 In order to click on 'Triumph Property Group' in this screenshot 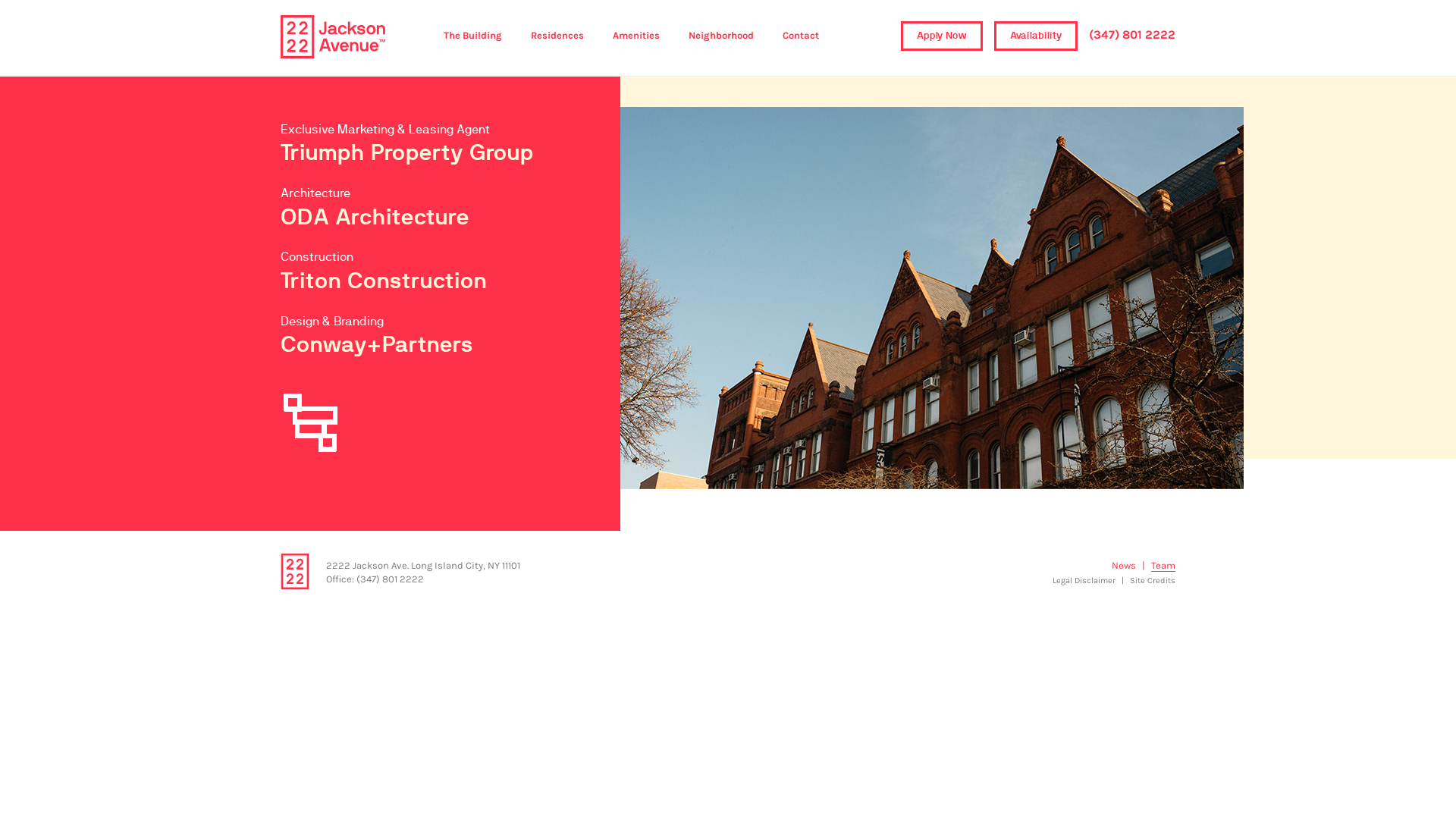, I will do `click(407, 152)`.